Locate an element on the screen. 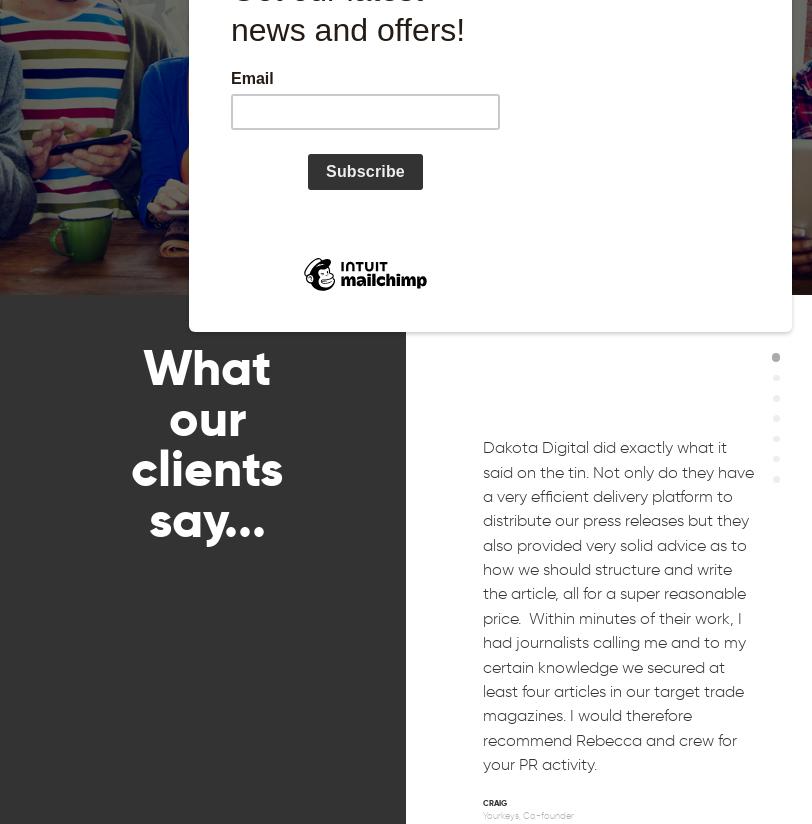  'Yourkeys, Co-founder' is located at coordinates (482, 814).